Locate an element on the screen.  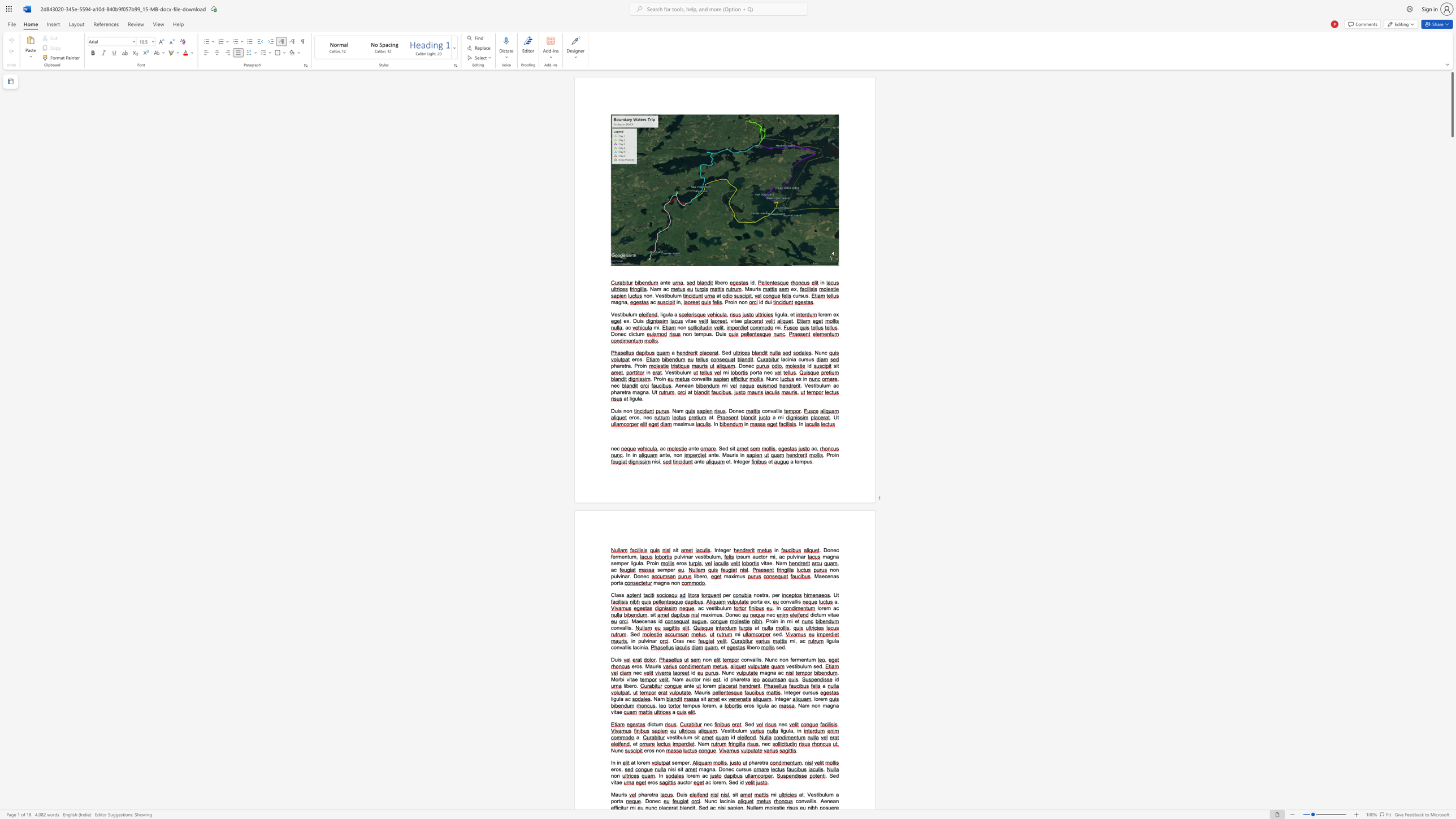
the 1th character "n" in the text is located at coordinates (813, 705).